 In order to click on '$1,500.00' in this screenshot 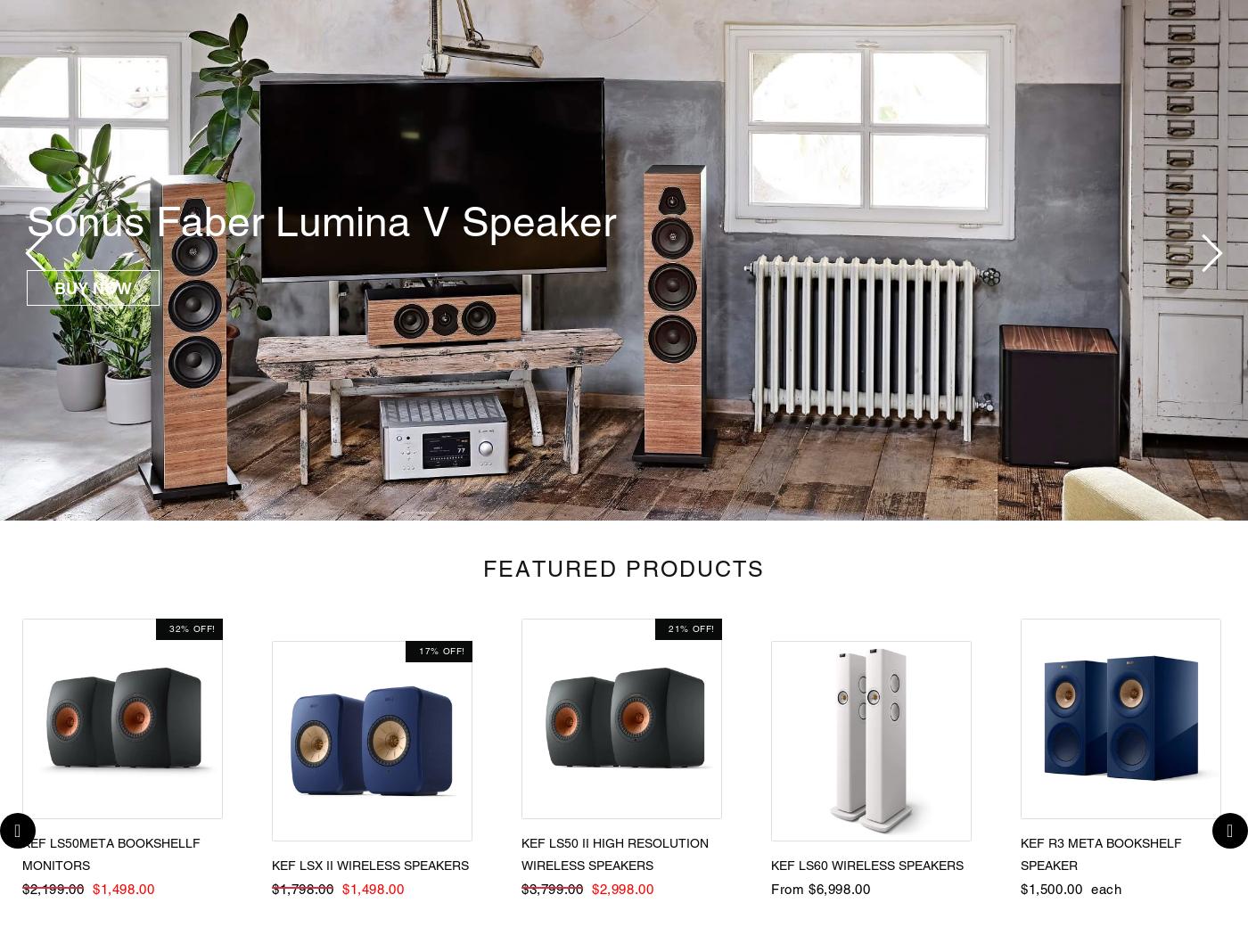, I will do `click(1051, 889)`.